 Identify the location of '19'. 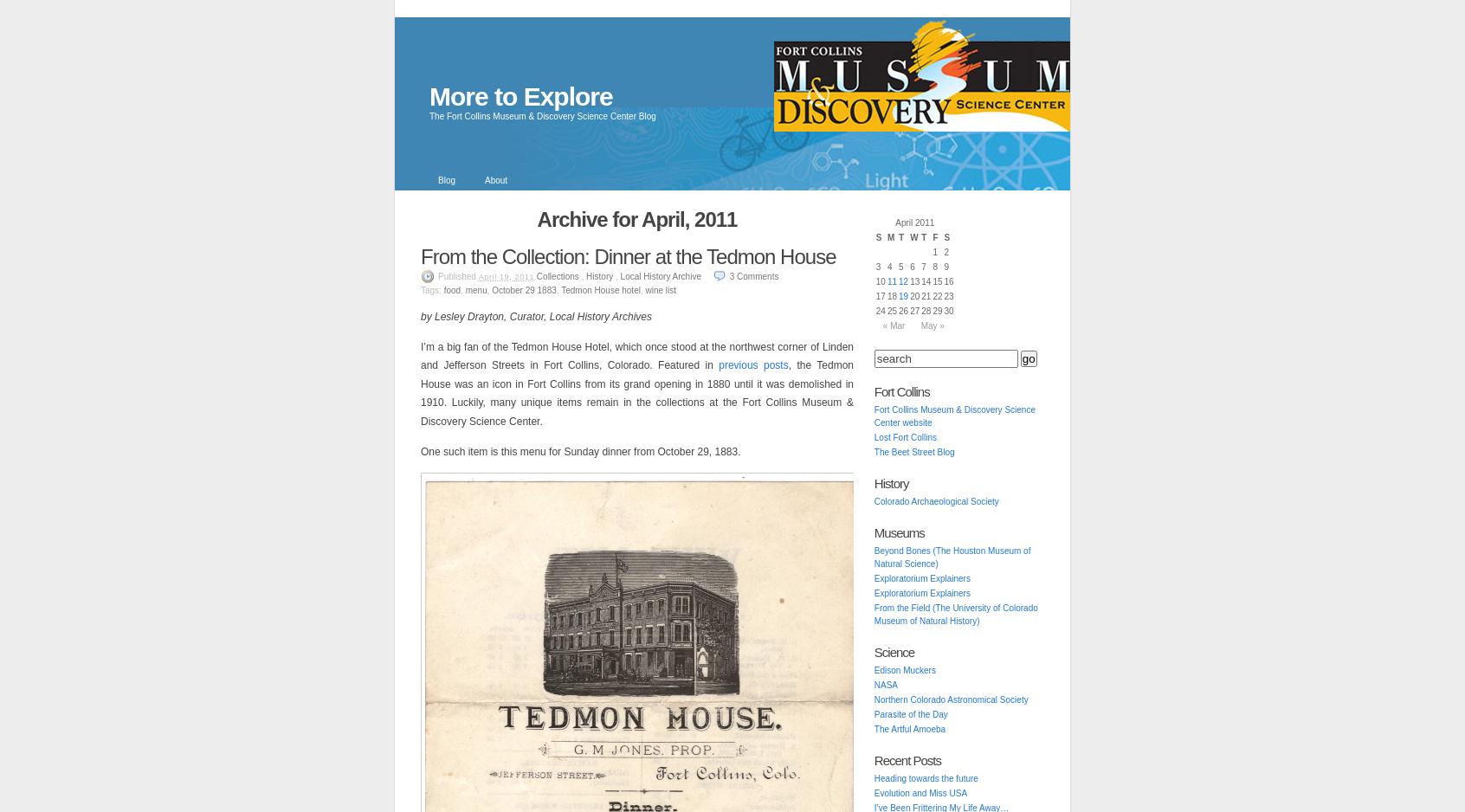
(898, 296).